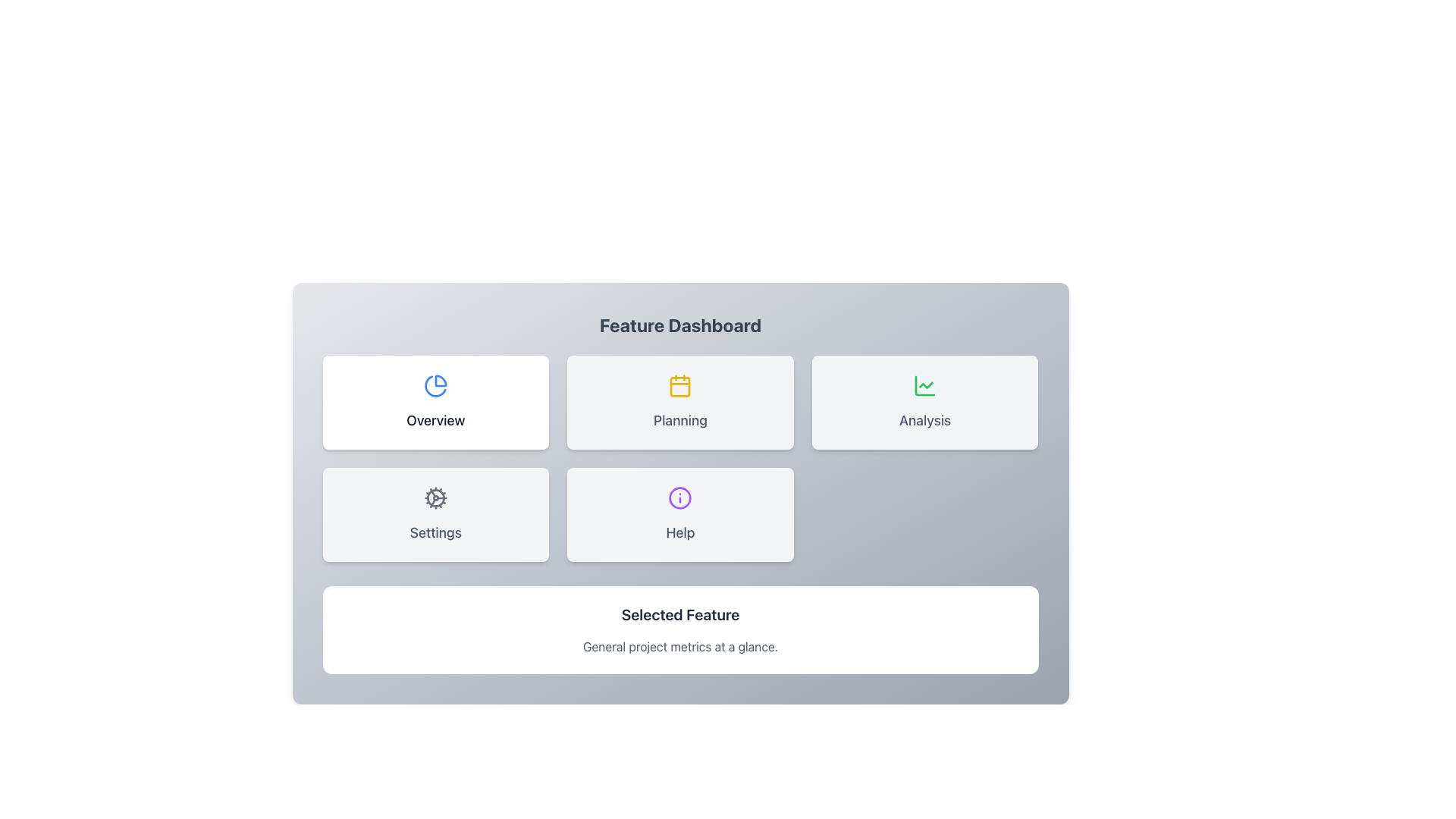 The height and width of the screenshot is (819, 1456). I want to click on the navigational button located in the top right of the grid layout, which triggers analysis-related functionality, so click(924, 402).